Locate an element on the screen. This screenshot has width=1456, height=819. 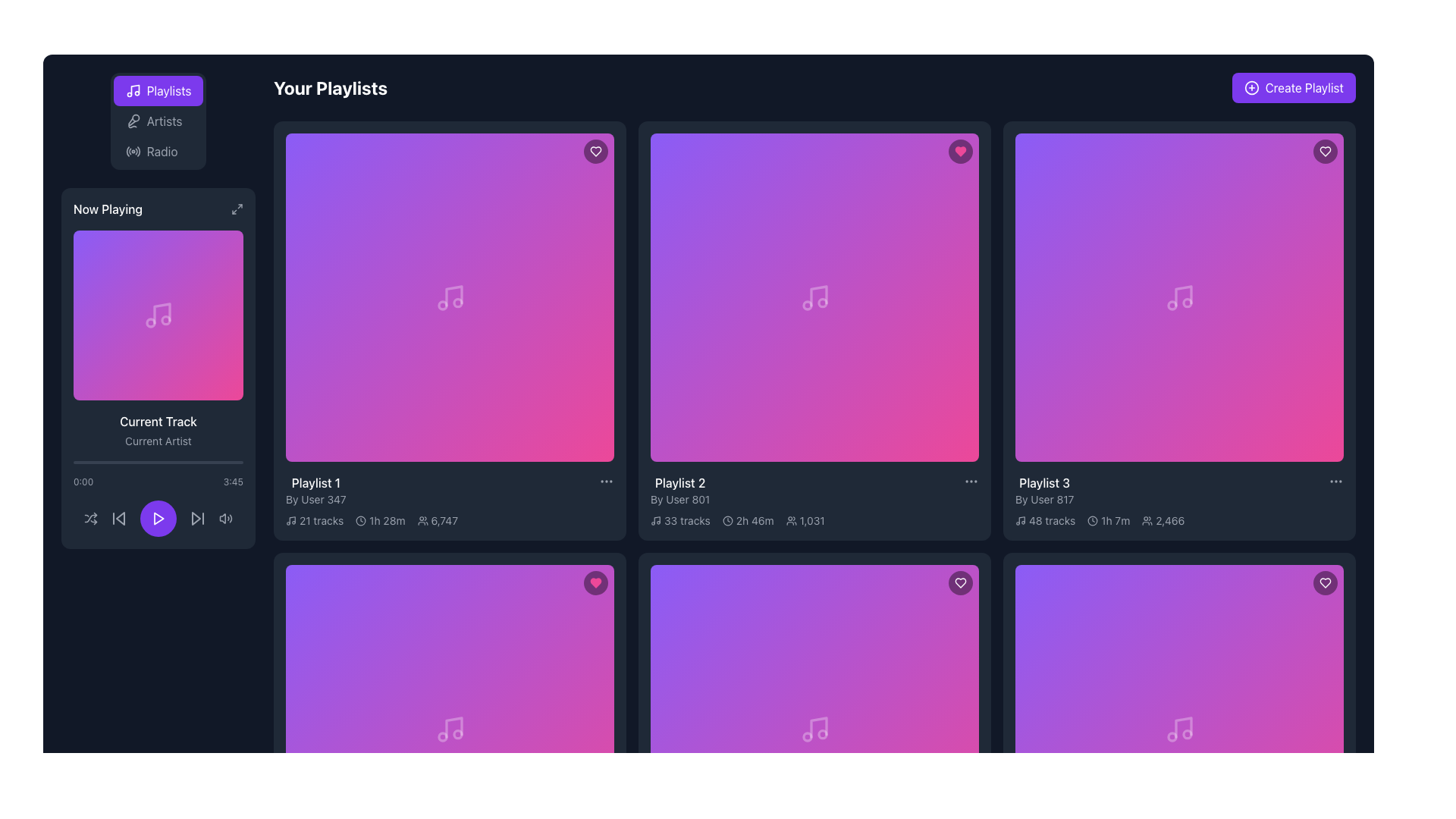
the skip-forward button, which is represented by a gray triangle pointing to the right with a vertical bar at its right edge, located in the control panel under the 'Now Playing' section as the rightmost icon in the row of playback controls is located at coordinates (196, 517).